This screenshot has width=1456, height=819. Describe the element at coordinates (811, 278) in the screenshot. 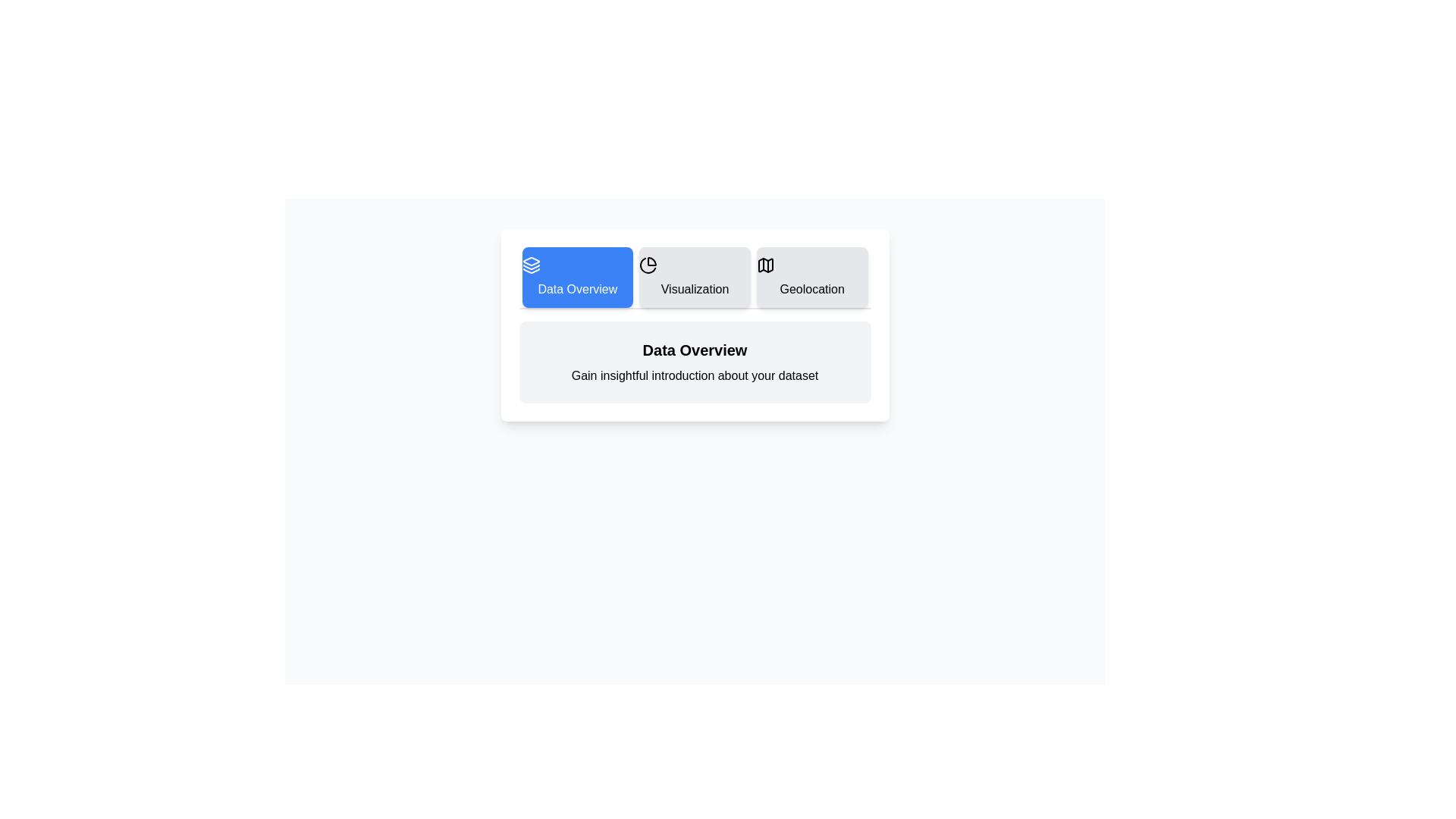

I see `the tab corresponding to Geolocation` at that location.